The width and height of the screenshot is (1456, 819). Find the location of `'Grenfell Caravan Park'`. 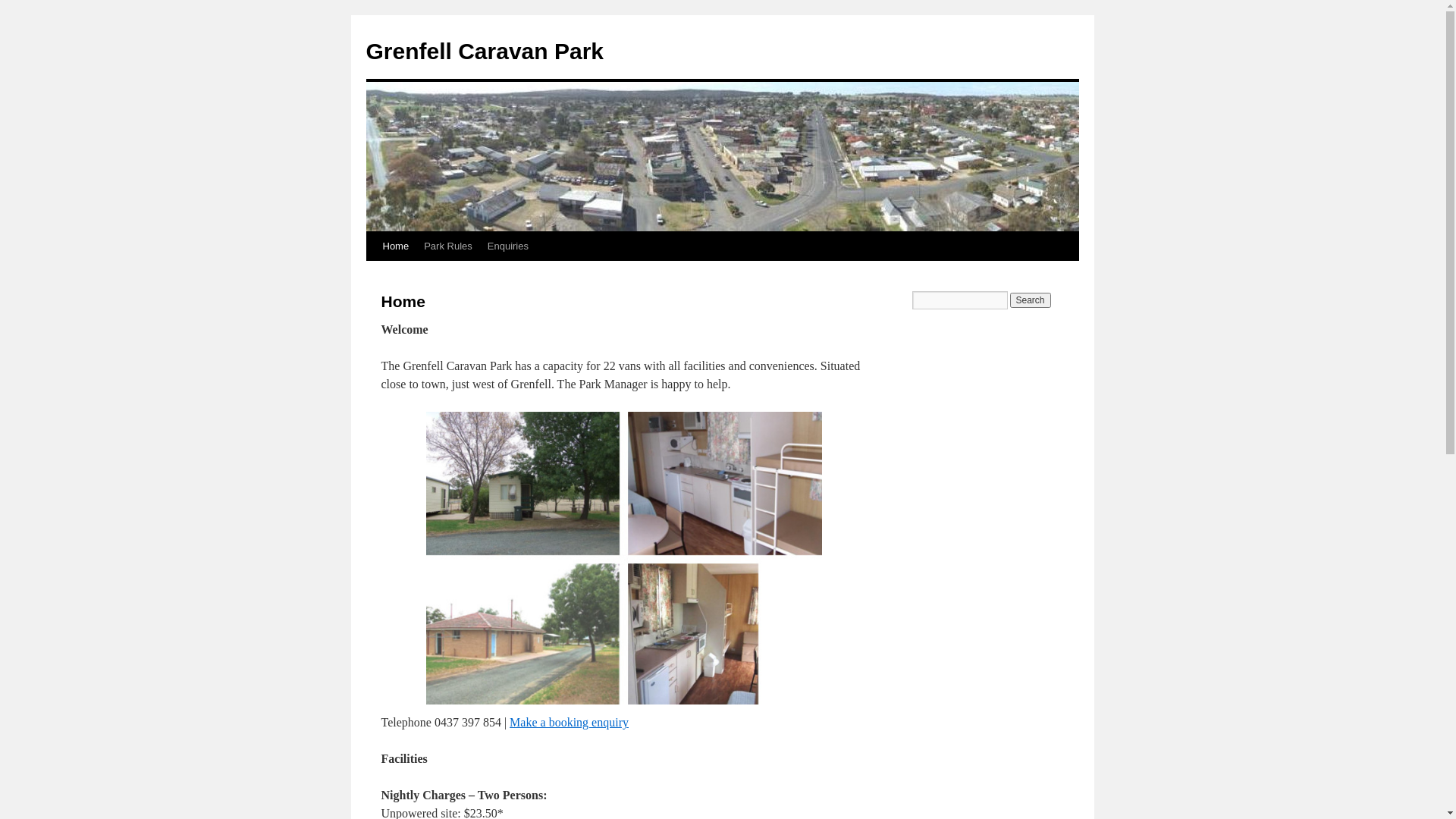

'Grenfell Caravan Park' is located at coordinates (483, 50).